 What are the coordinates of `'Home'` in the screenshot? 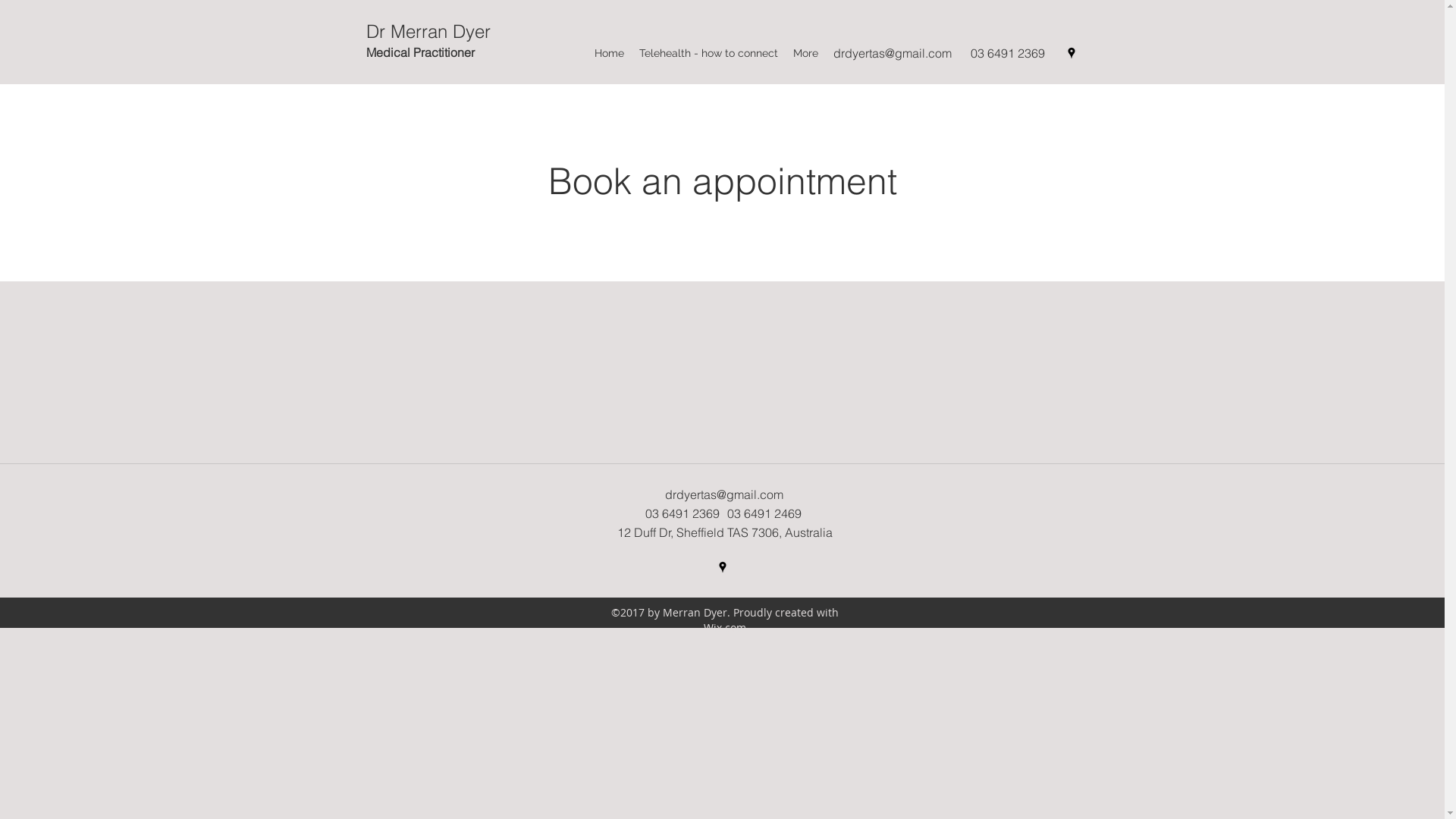 It's located at (609, 52).